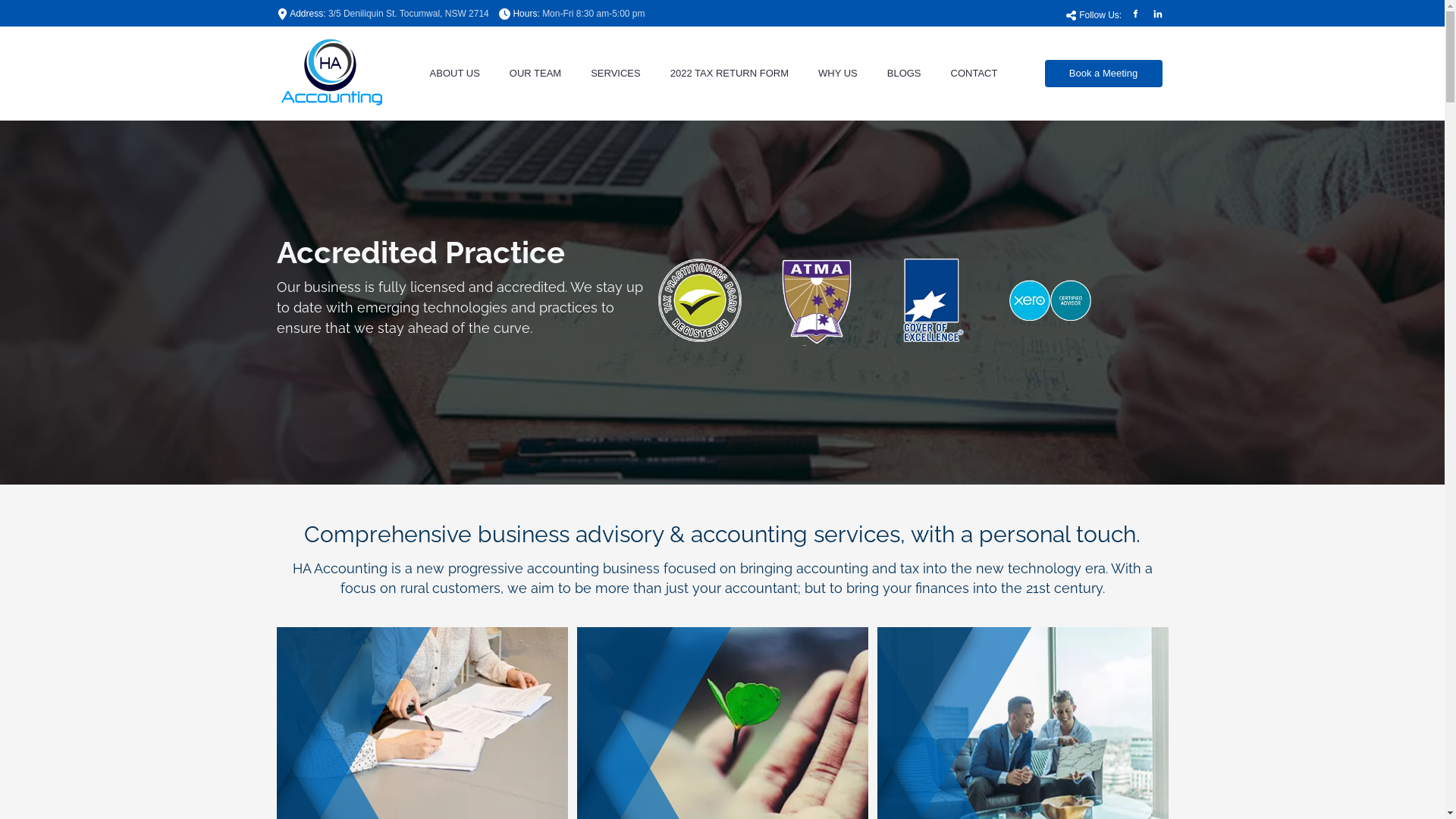  I want to click on 'ABOUT US', so click(453, 73).